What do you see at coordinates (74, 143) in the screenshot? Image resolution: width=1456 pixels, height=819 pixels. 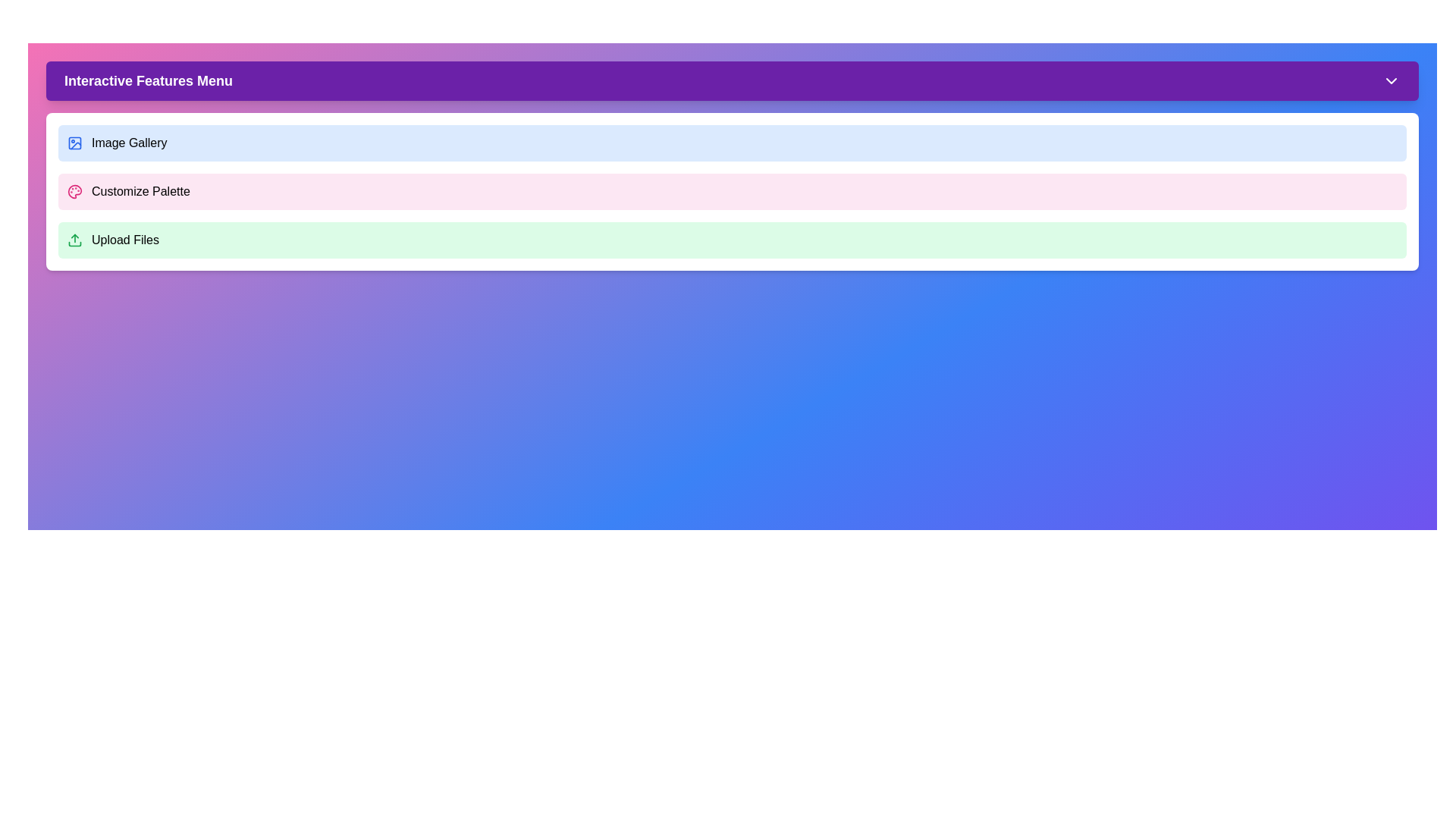 I see `the icon associated with Image Gallery` at bounding box center [74, 143].